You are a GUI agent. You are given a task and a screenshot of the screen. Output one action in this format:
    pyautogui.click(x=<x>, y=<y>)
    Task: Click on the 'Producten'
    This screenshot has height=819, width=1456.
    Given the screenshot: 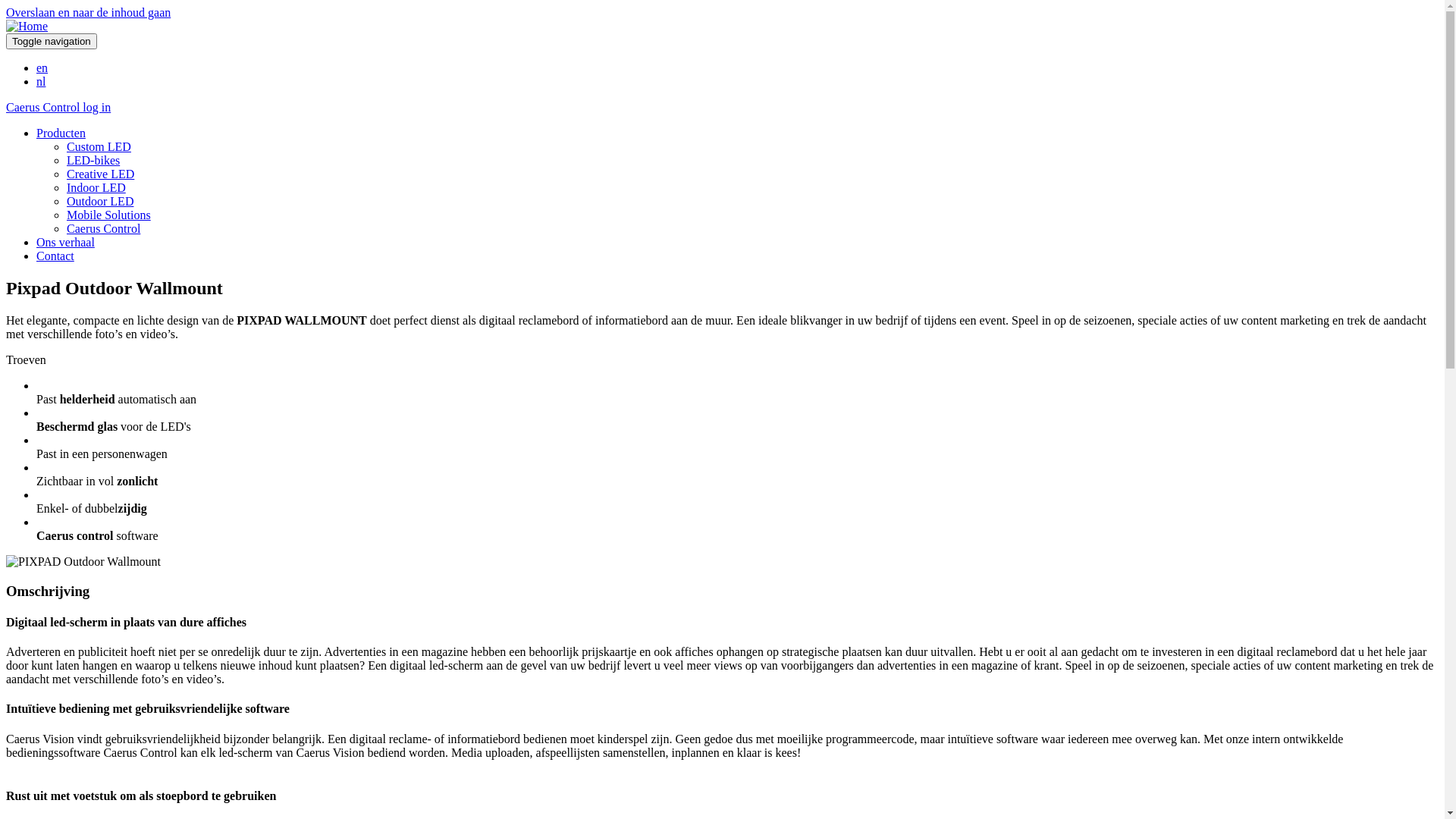 What is the action you would take?
    pyautogui.click(x=61, y=132)
    